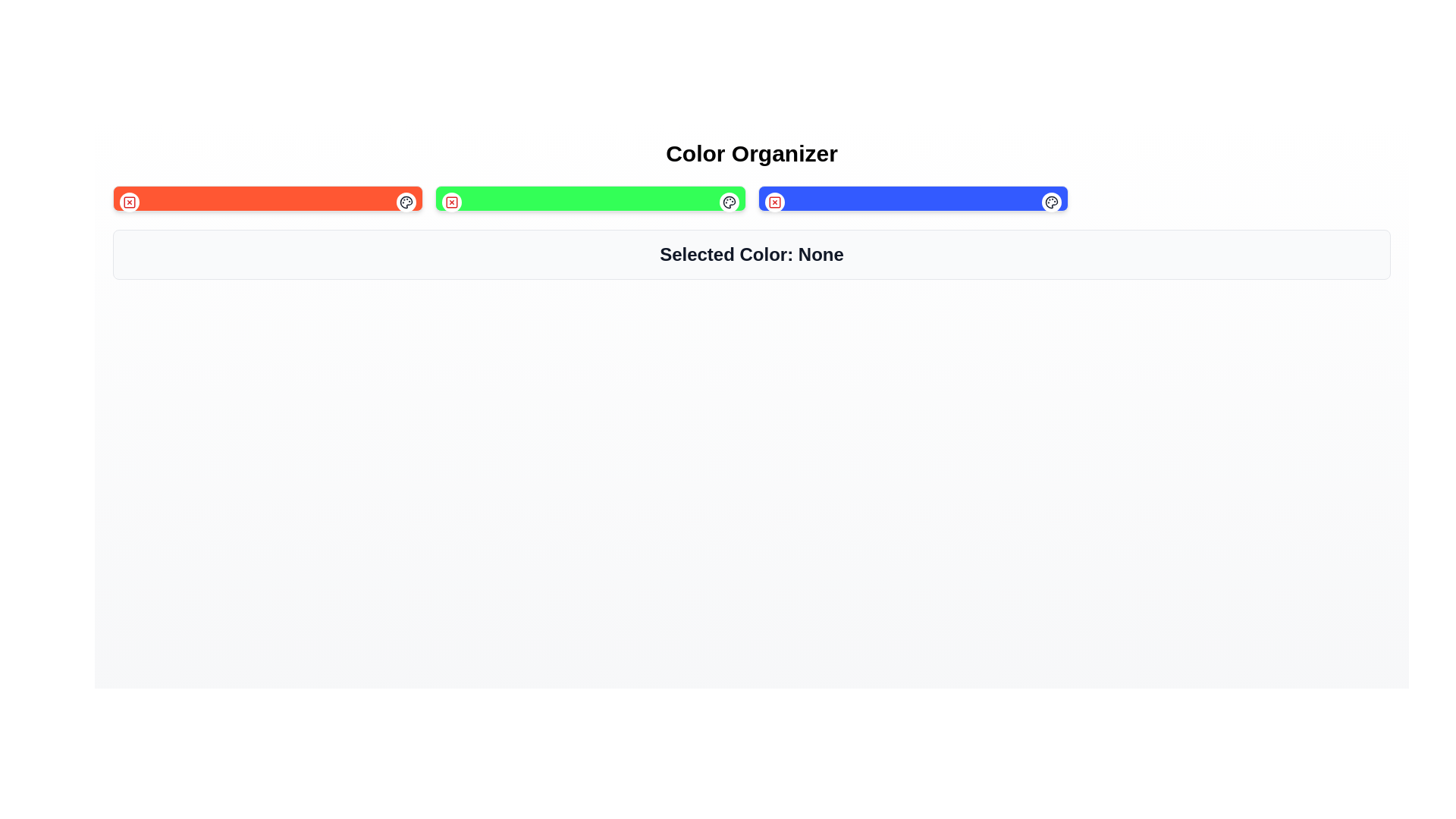  Describe the element at coordinates (729, 201) in the screenshot. I see `the color selection button located in the top-right corner of the green rectangular bar` at that location.